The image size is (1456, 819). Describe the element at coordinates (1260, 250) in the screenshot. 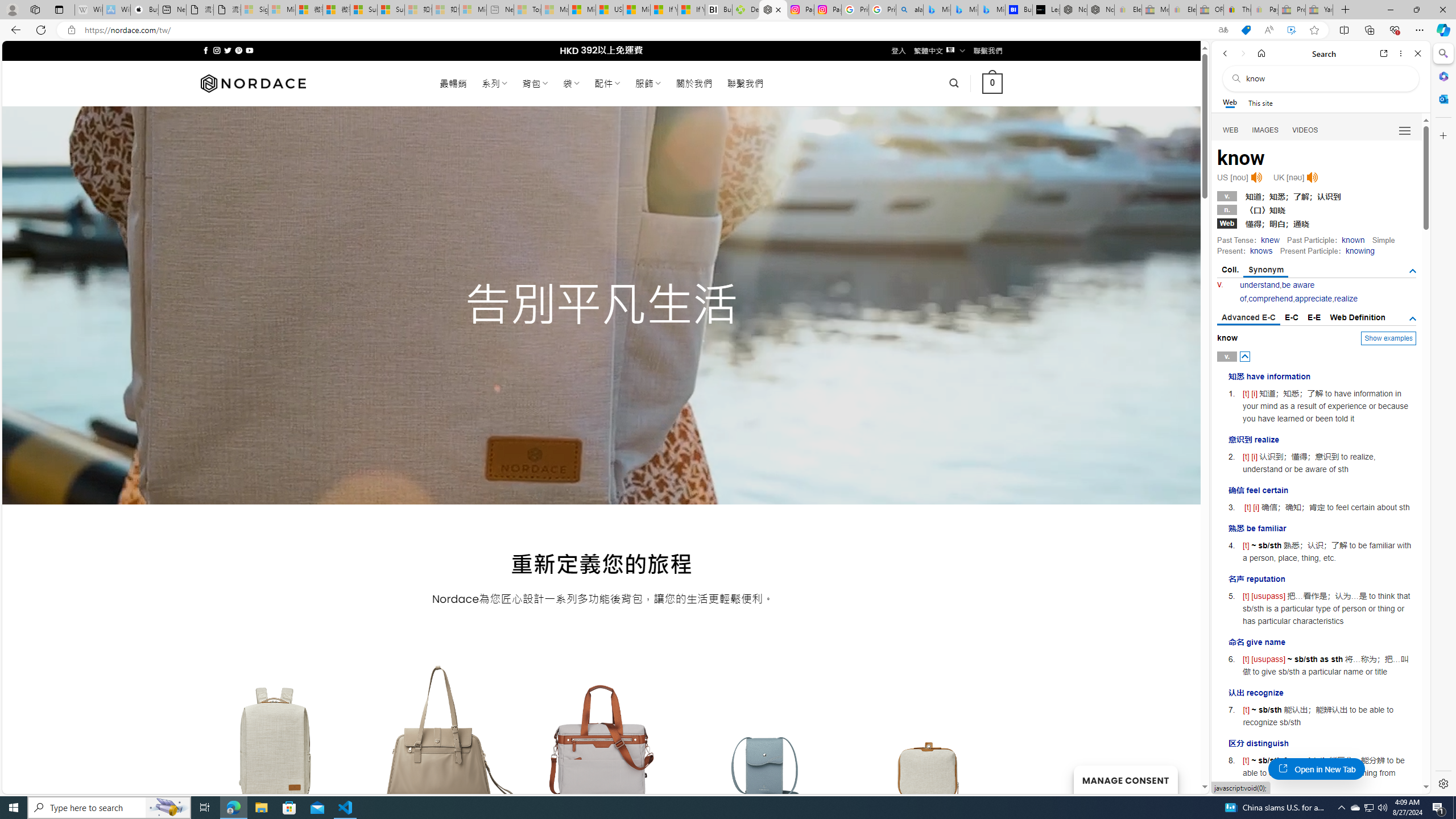

I see `'knows'` at that location.